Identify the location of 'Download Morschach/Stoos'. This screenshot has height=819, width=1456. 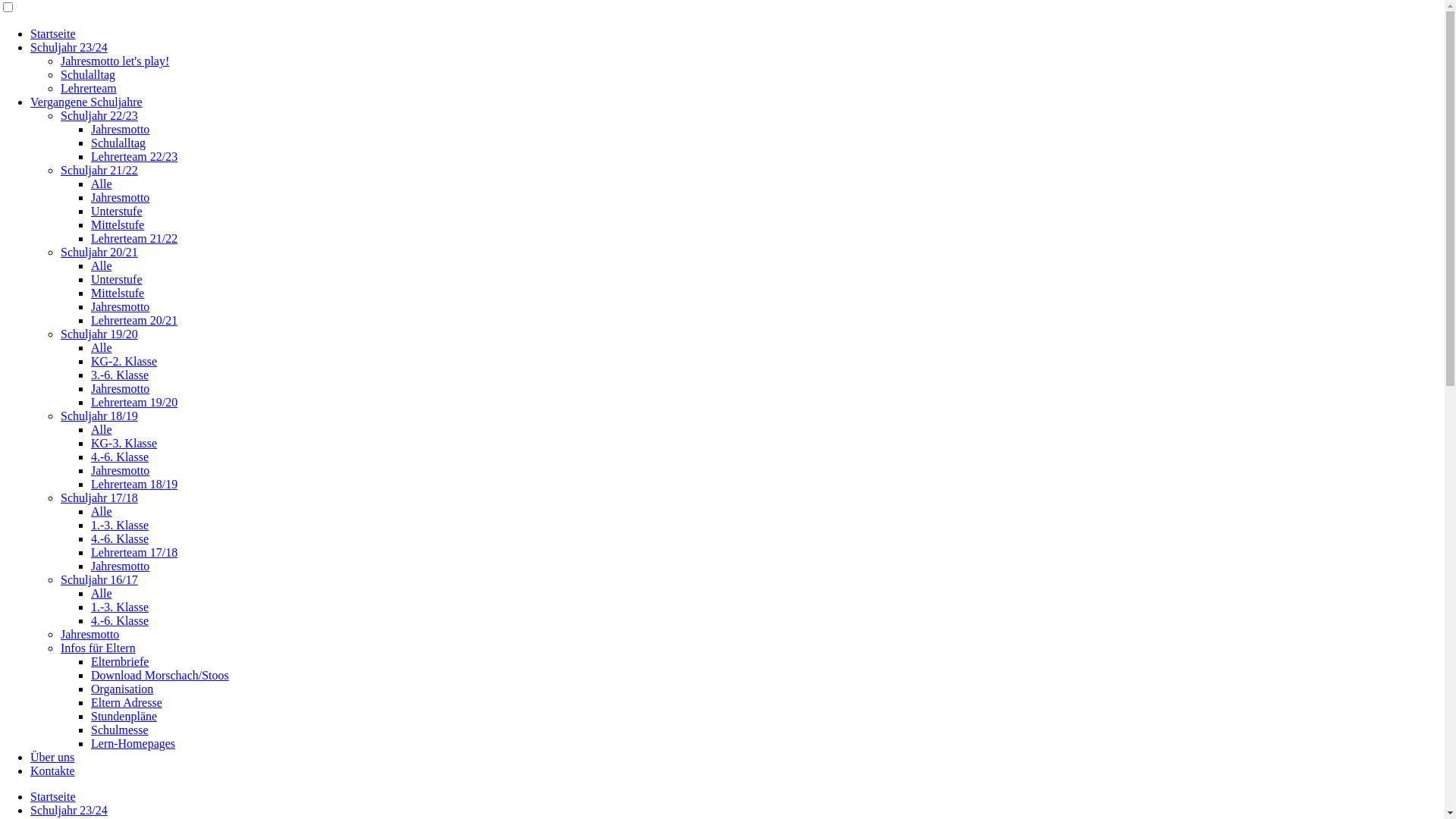
(160, 674).